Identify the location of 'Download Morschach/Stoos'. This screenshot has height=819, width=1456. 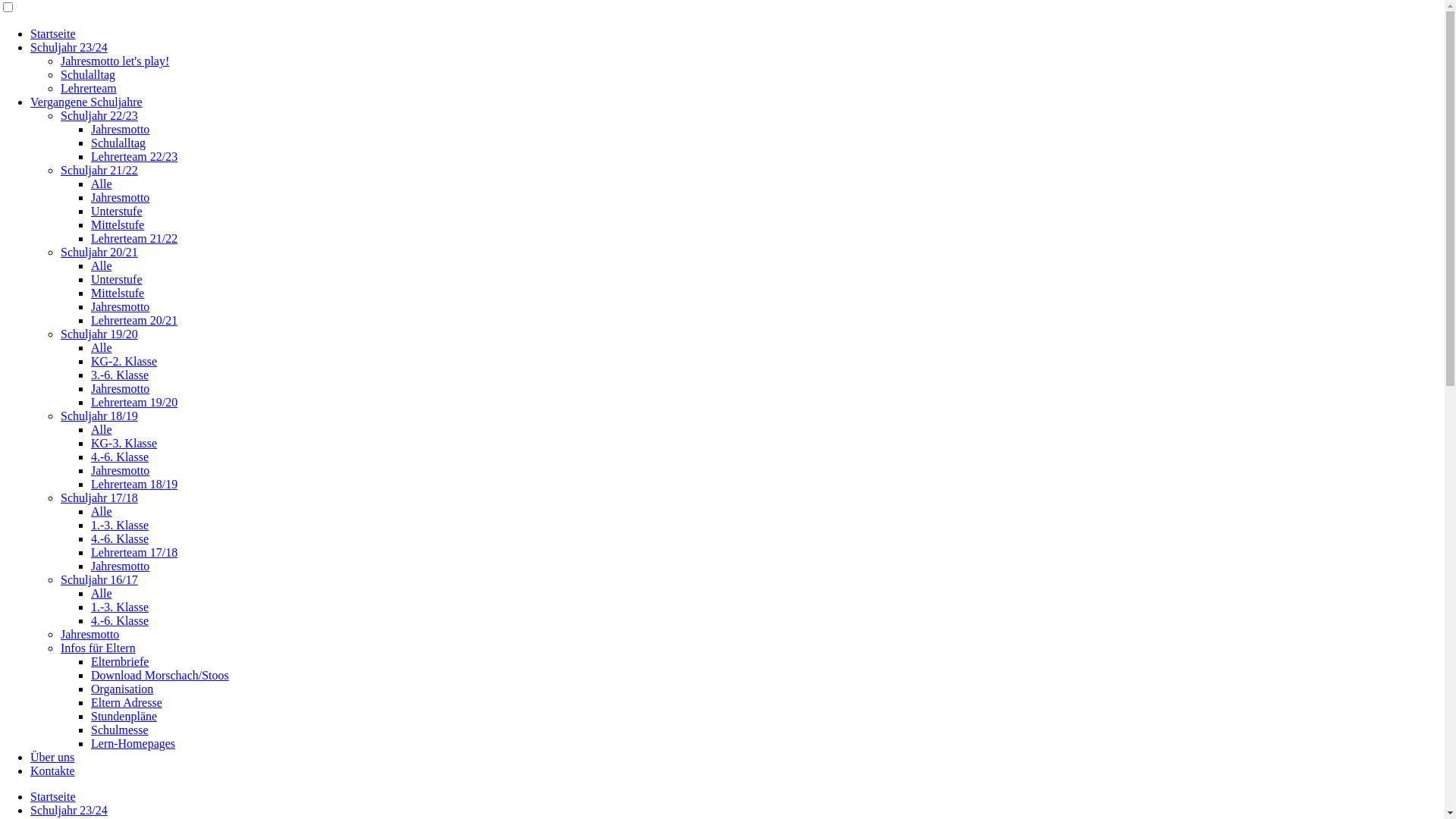
(160, 674).